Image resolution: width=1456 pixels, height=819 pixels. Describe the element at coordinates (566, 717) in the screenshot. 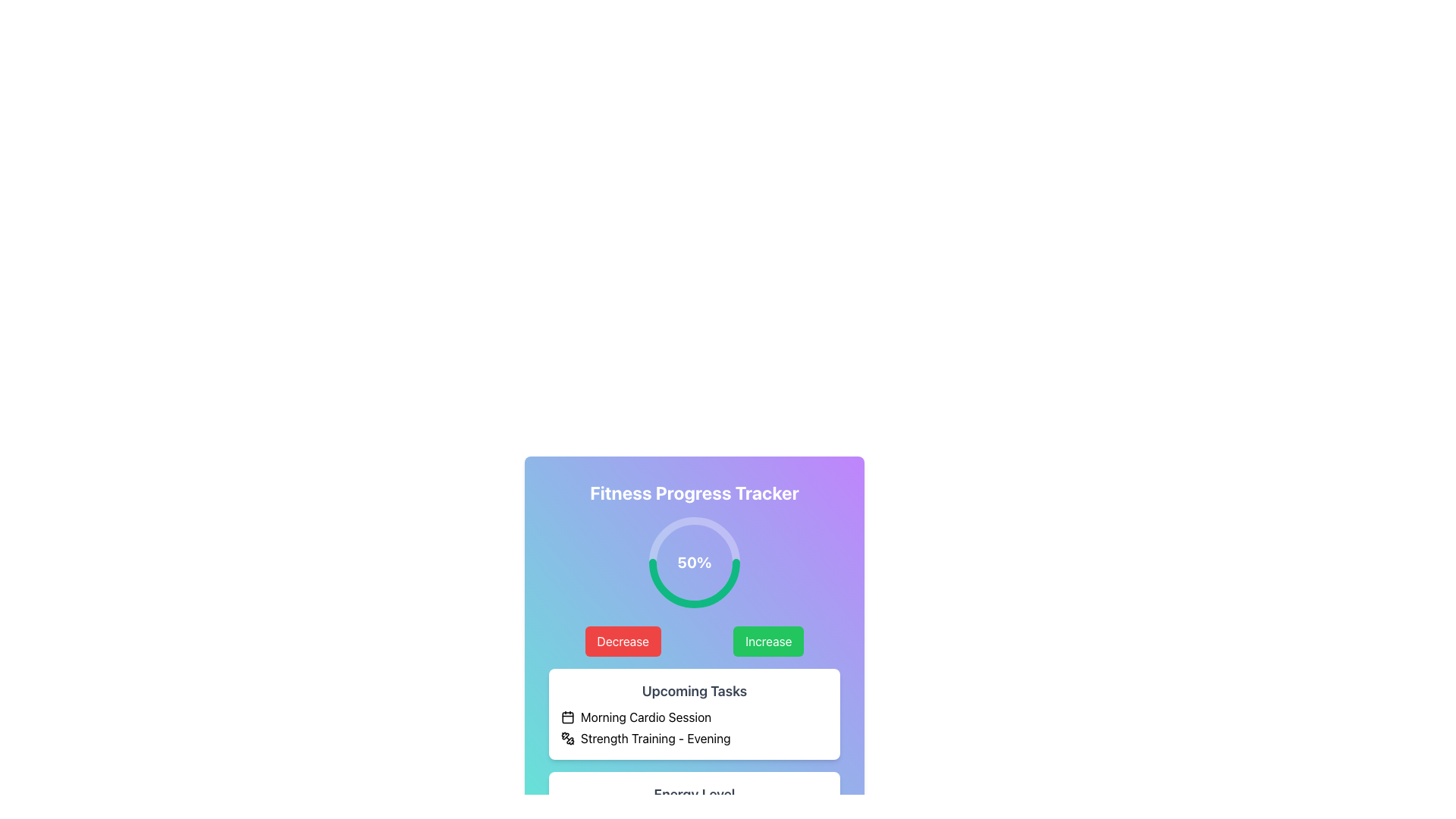

I see `the calendar icon associated with the 'Morning Cardio Session' text in the 'Upcoming Tasks' section` at that location.